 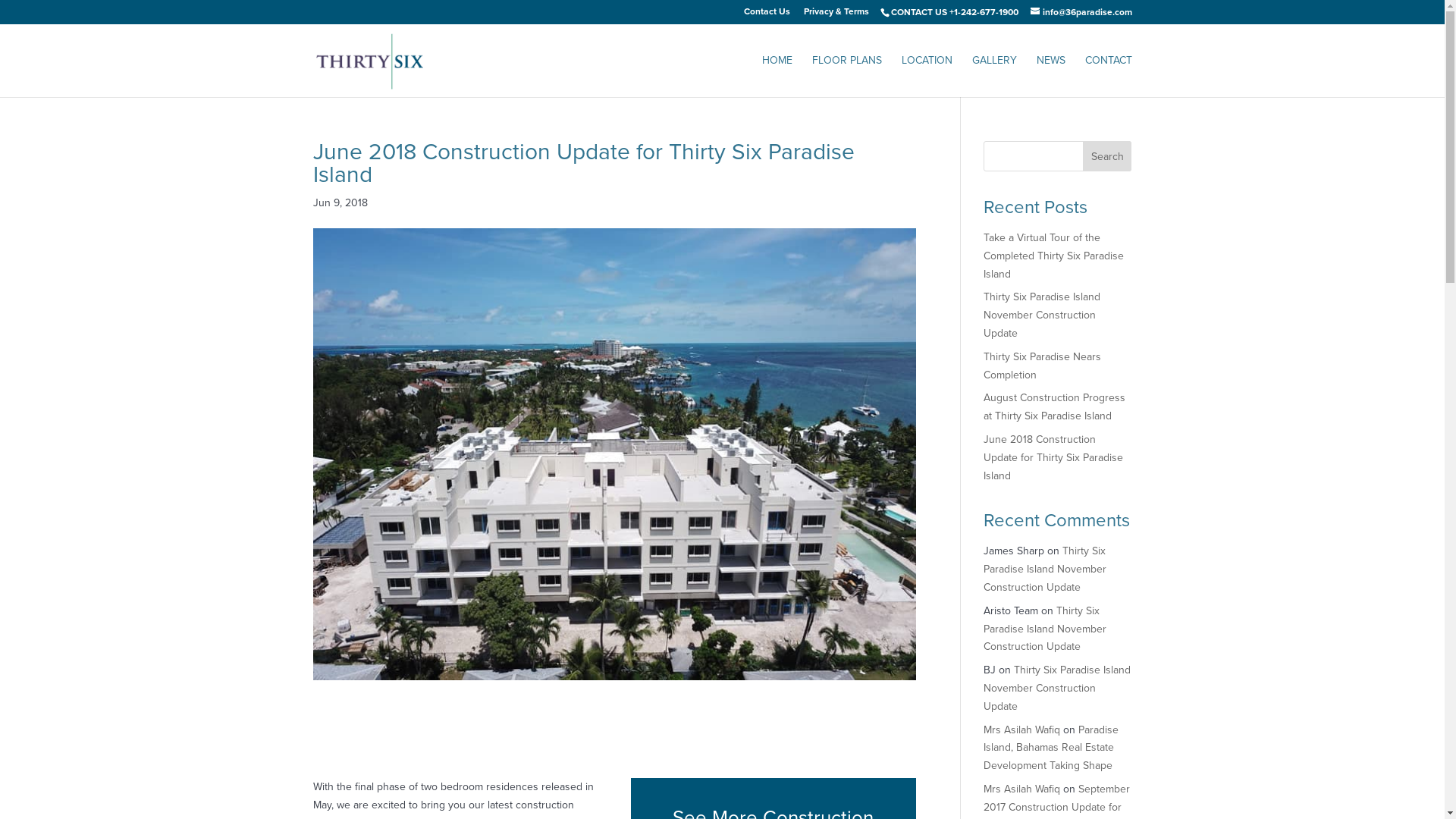 I want to click on 'info@36paradise.com', so click(x=1080, y=11).